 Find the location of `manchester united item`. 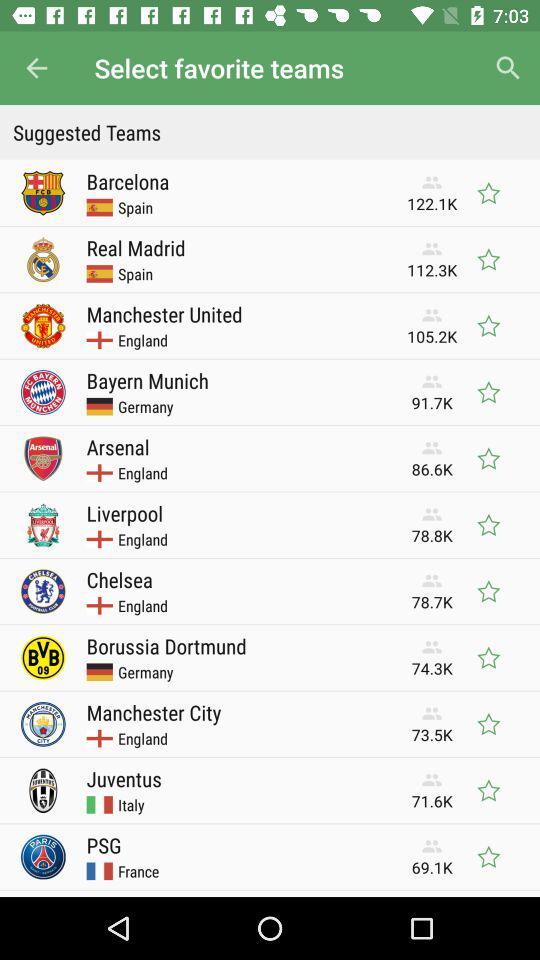

manchester united item is located at coordinates (163, 314).